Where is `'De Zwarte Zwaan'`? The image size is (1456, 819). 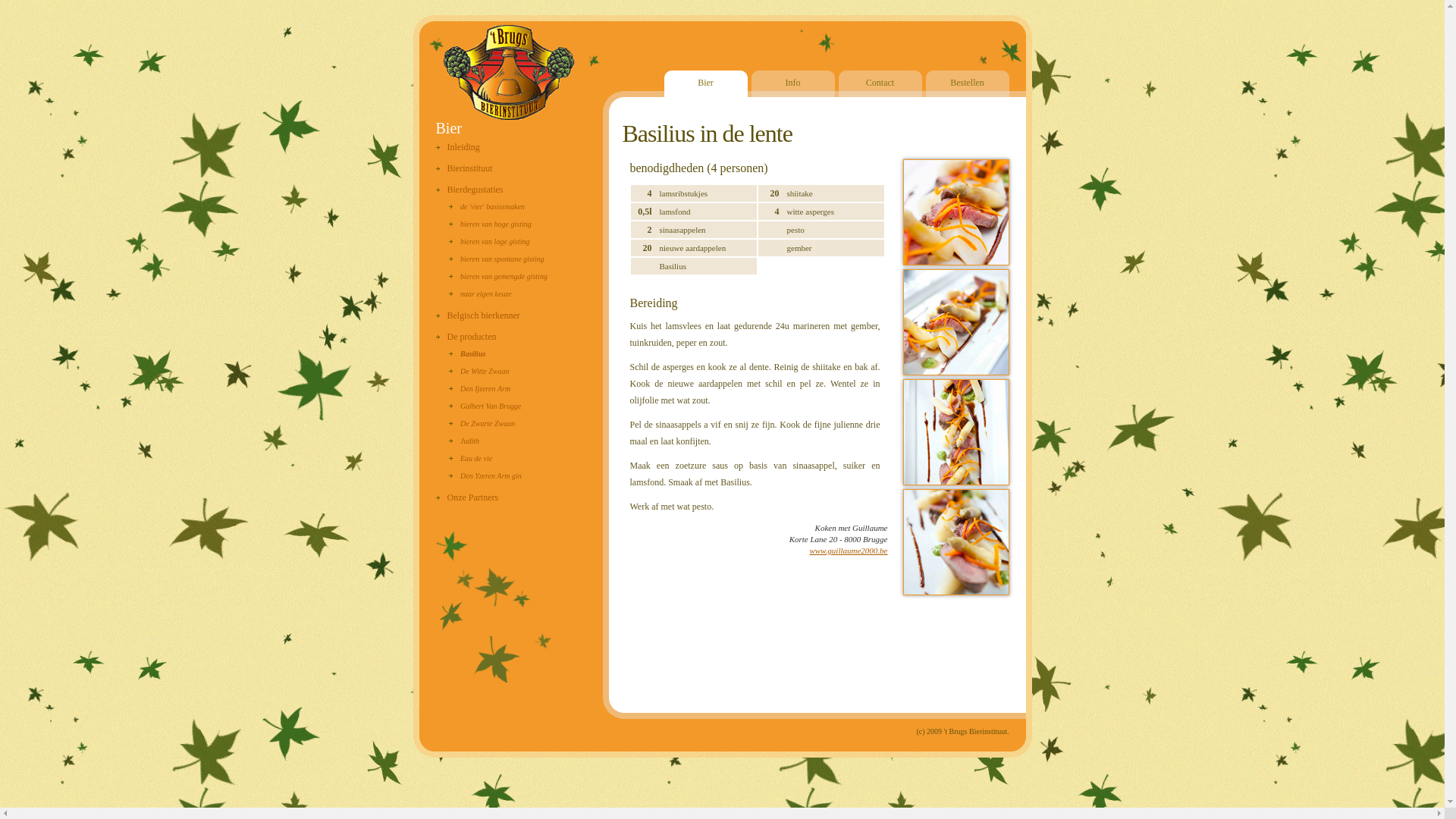
'De Zwarte Zwaan' is located at coordinates (447, 423).